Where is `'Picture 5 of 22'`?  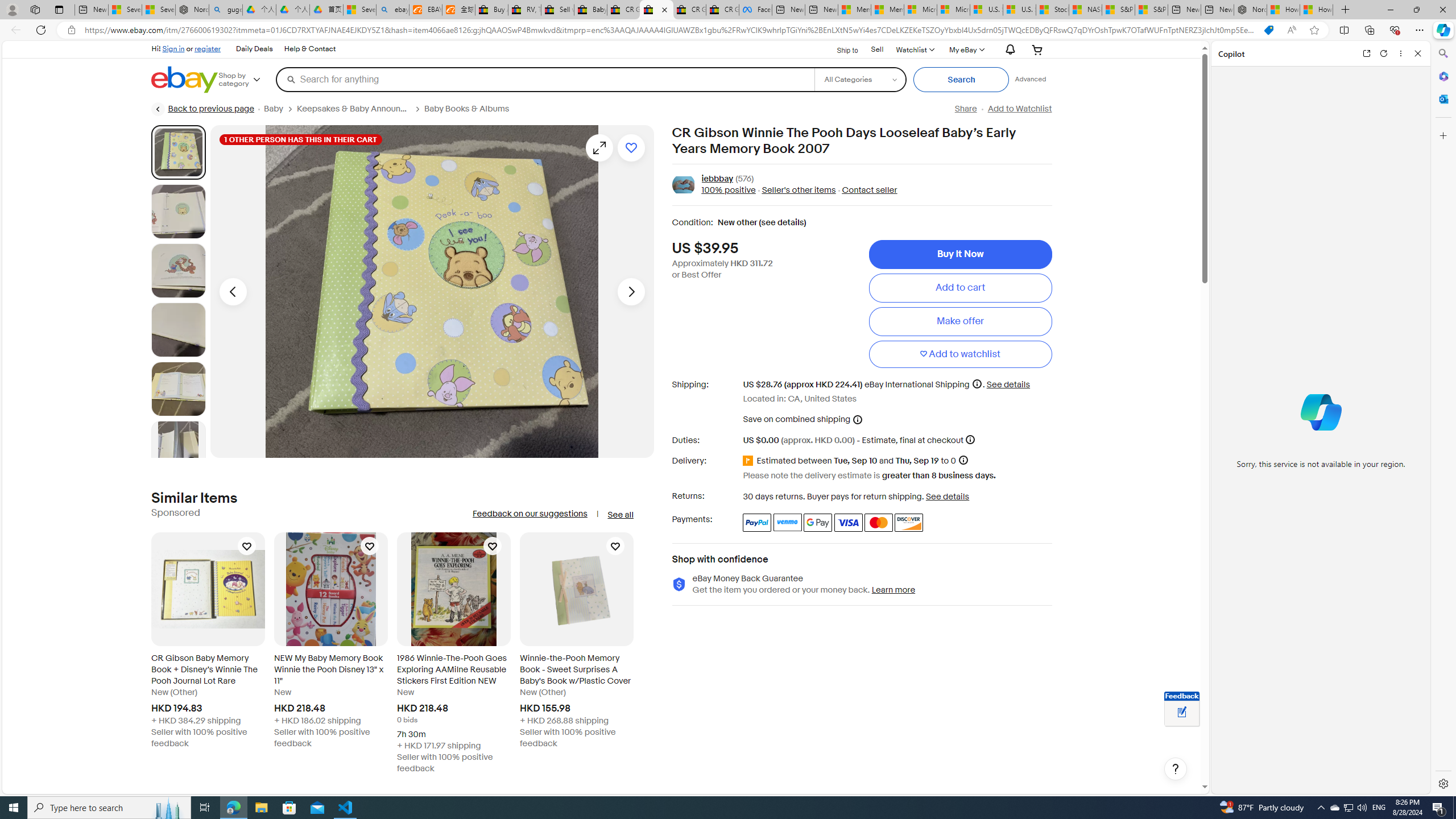 'Picture 5 of 22' is located at coordinates (178, 388).